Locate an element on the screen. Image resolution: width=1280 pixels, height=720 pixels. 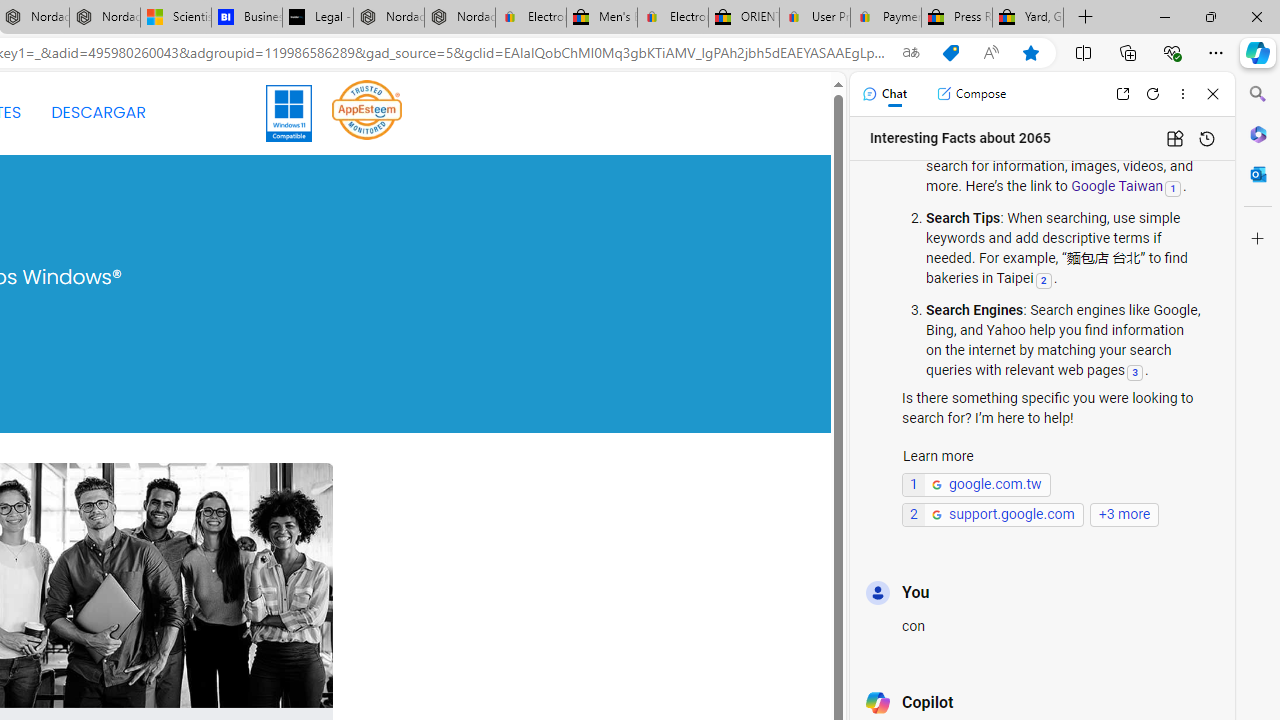
'App Esteem' is located at coordinates (367, 113).